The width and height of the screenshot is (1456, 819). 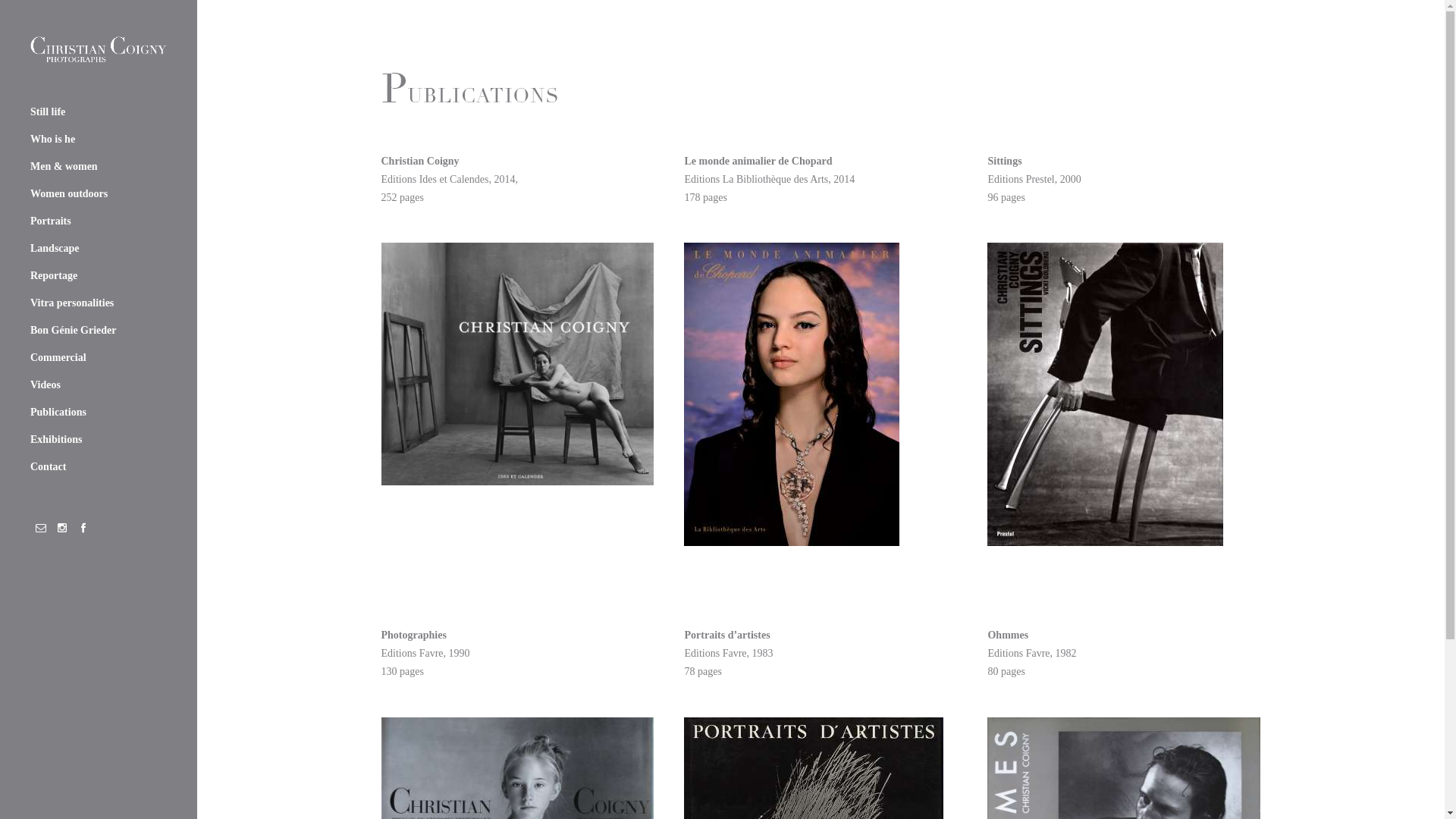 I want to click on 'social_email', so click(x=40, y=526).